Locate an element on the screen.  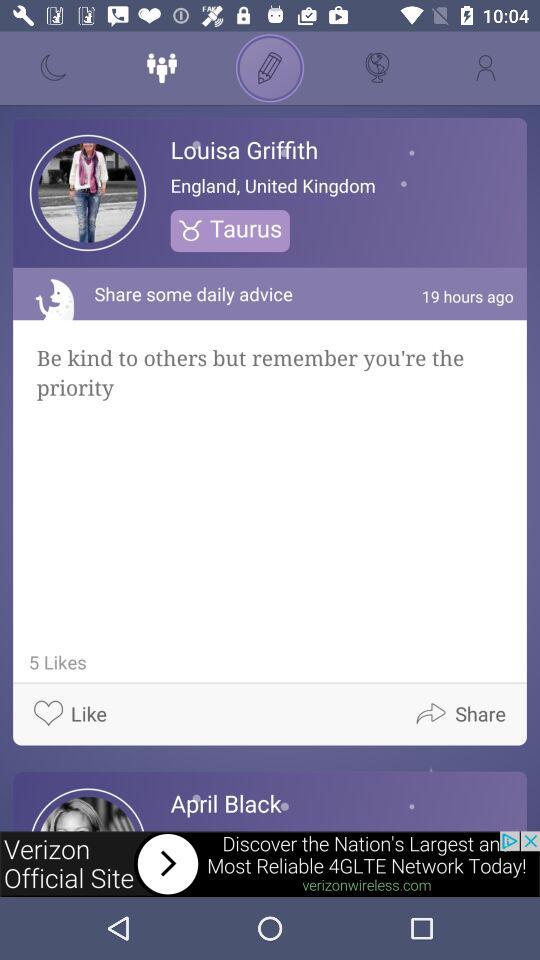
the image to the left side of louisa griffith is located at coordinates (87, 192).